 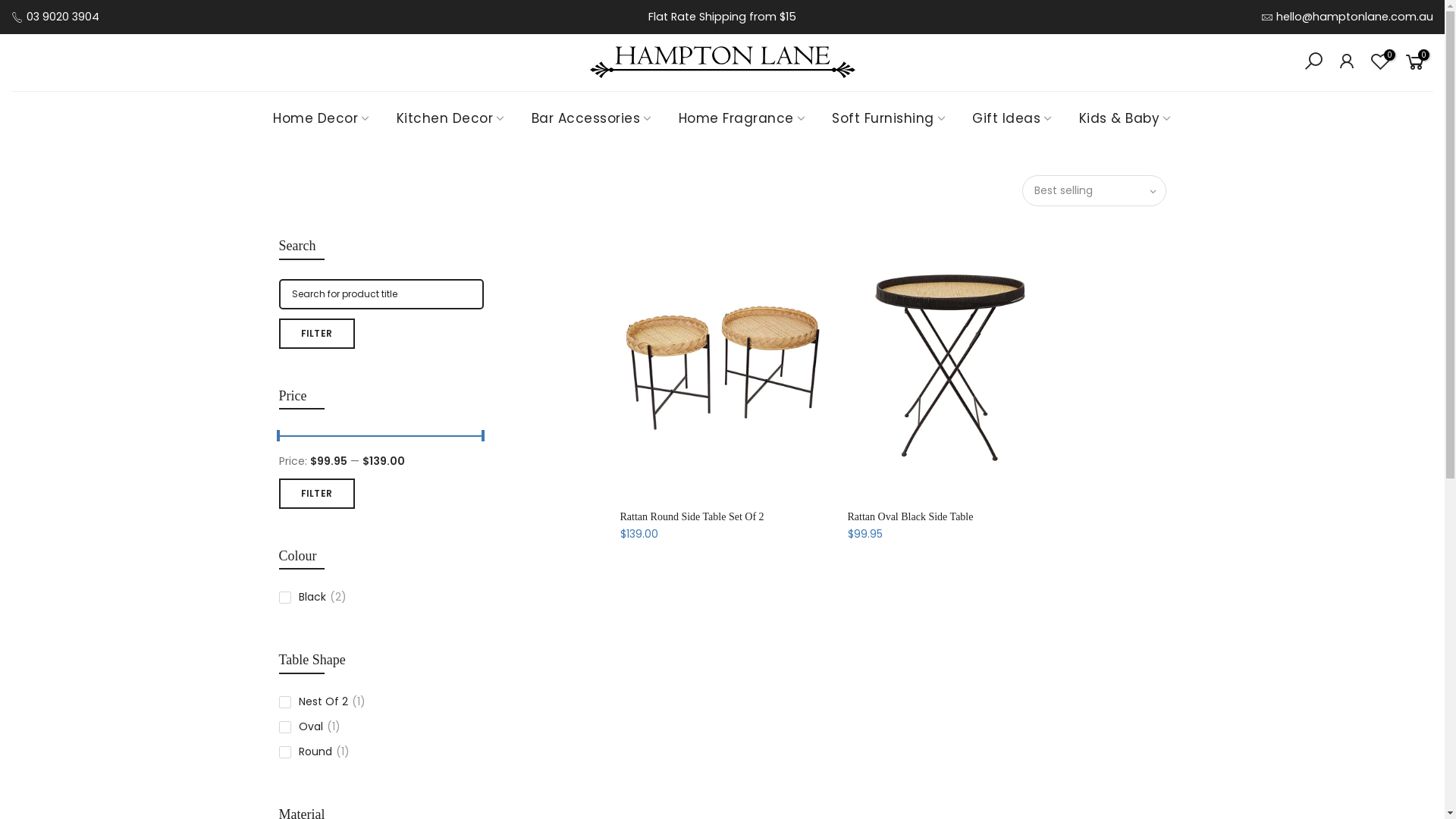 What do you see at coordinates (742, 117) in the screenshot?
I see `'Home Fragrance'` at bounding box center [742, 117].